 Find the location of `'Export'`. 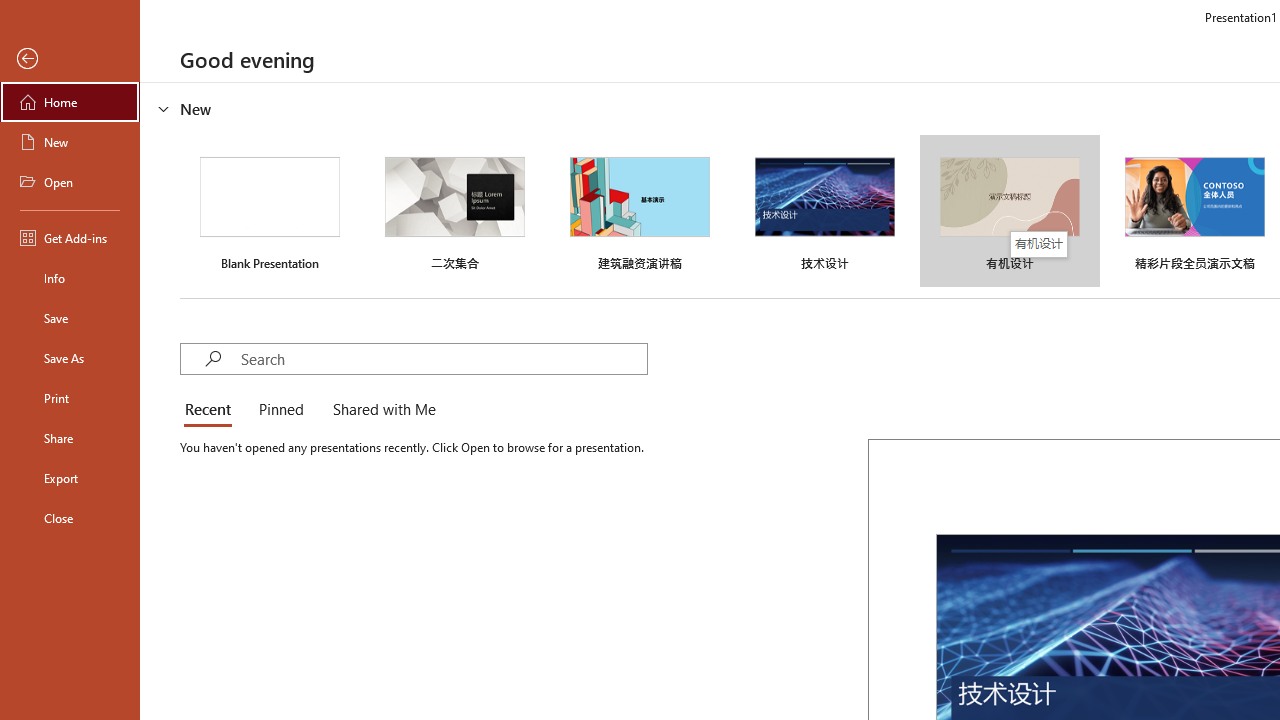

'Export' is located at coordinates (69, 478).